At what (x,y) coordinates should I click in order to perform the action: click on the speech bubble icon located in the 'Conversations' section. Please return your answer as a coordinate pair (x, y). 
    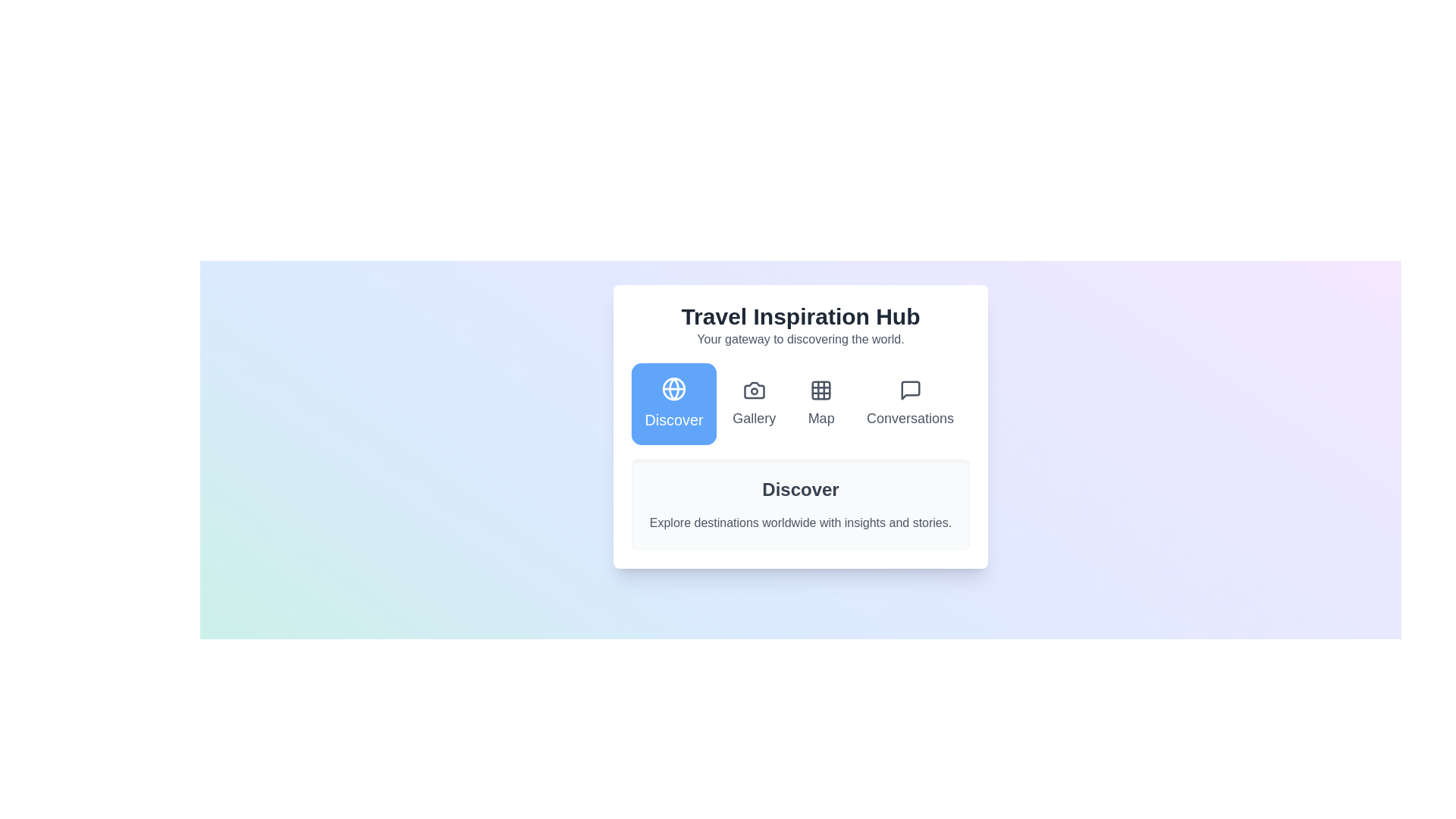
    Looking at the image, I should click on (910, 390).